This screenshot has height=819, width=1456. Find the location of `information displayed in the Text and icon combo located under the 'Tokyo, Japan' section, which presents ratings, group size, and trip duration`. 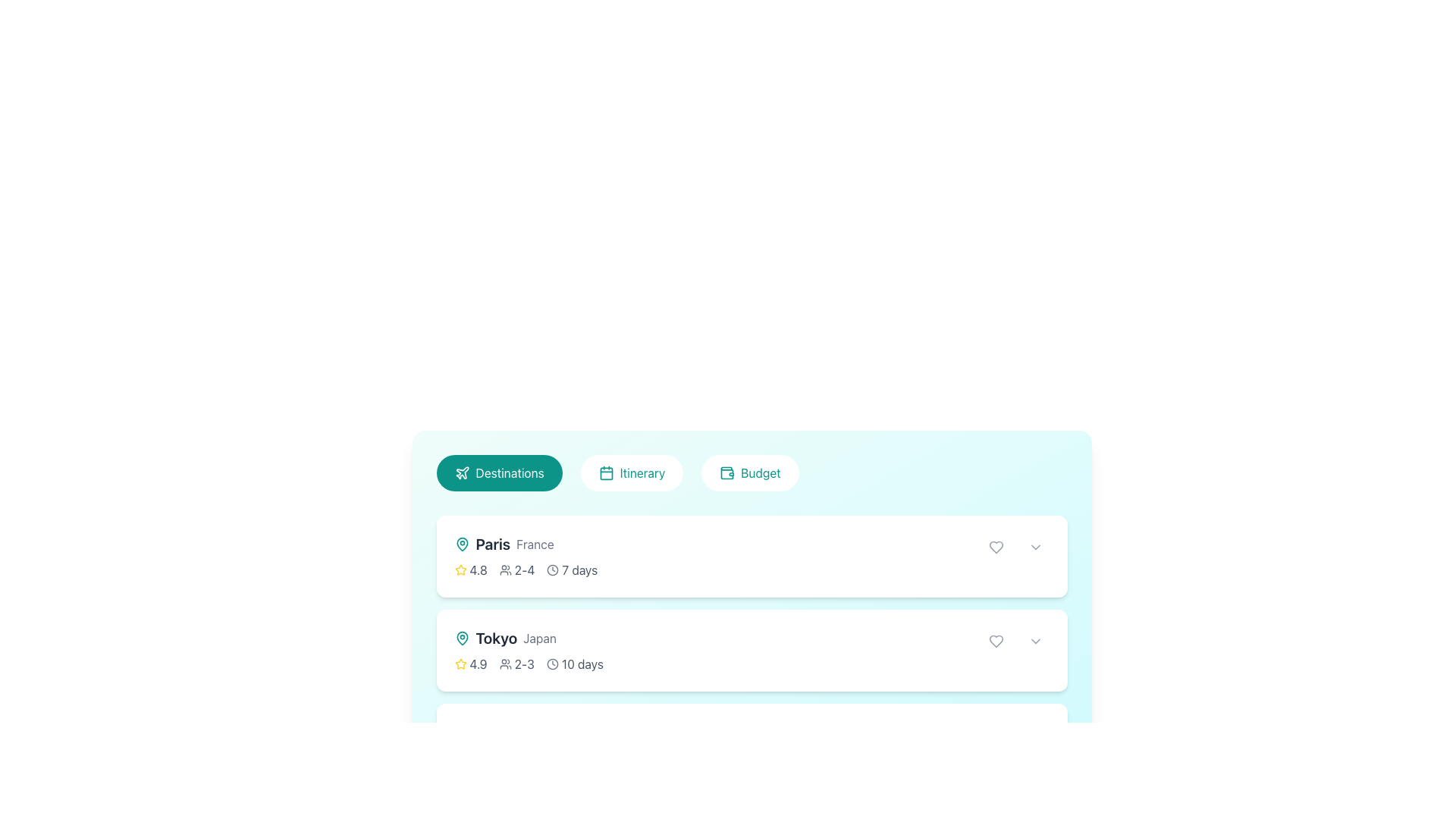

information displayed in the Text and icon combo located under the 'Tokyo, Japan' section, which presents ratings, group size, and trip duration is located at coordinates (529, 663).